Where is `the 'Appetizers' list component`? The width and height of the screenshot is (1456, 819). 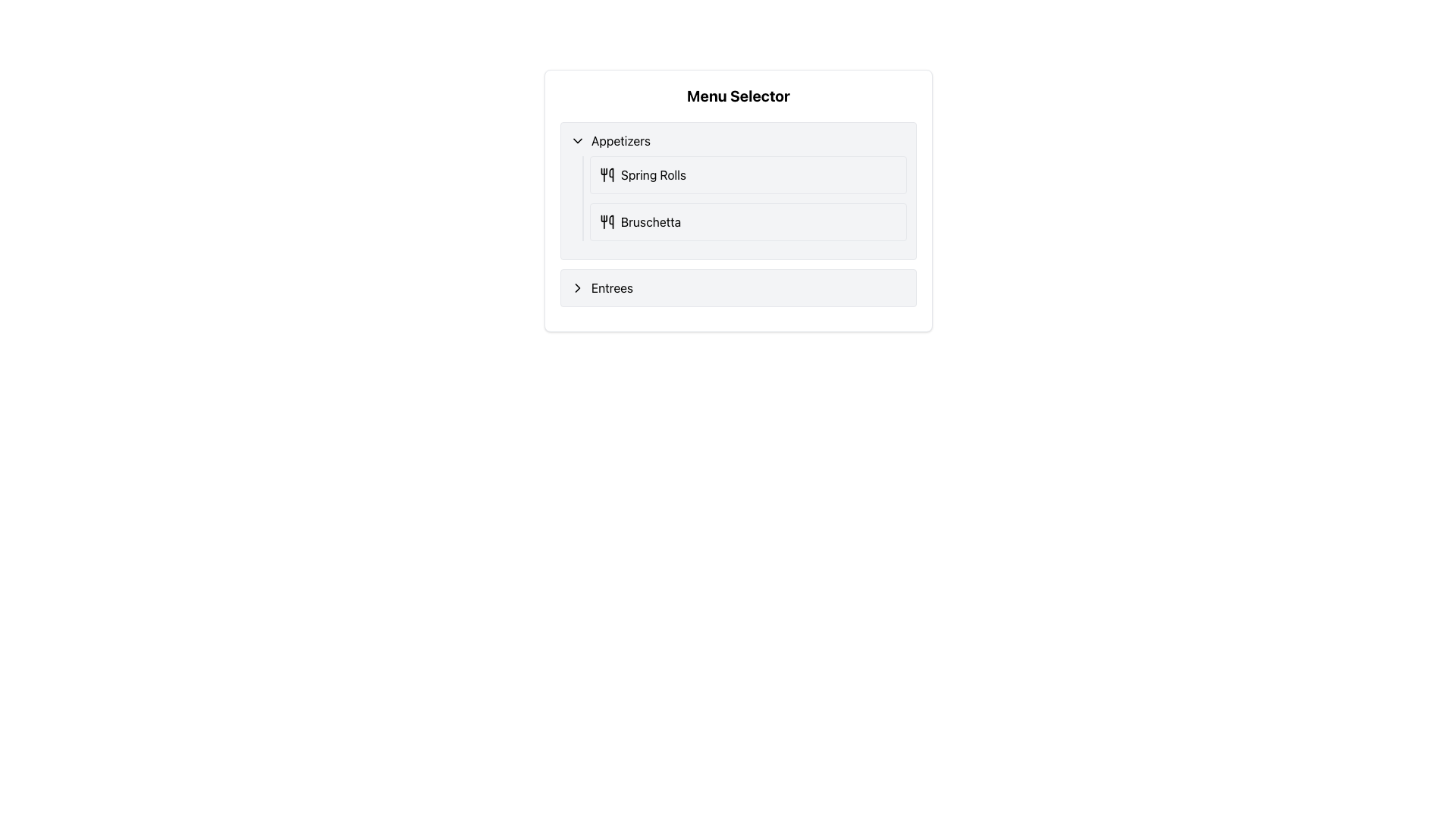 the 'Appetizers' list component is located at coordinates (739, 214).